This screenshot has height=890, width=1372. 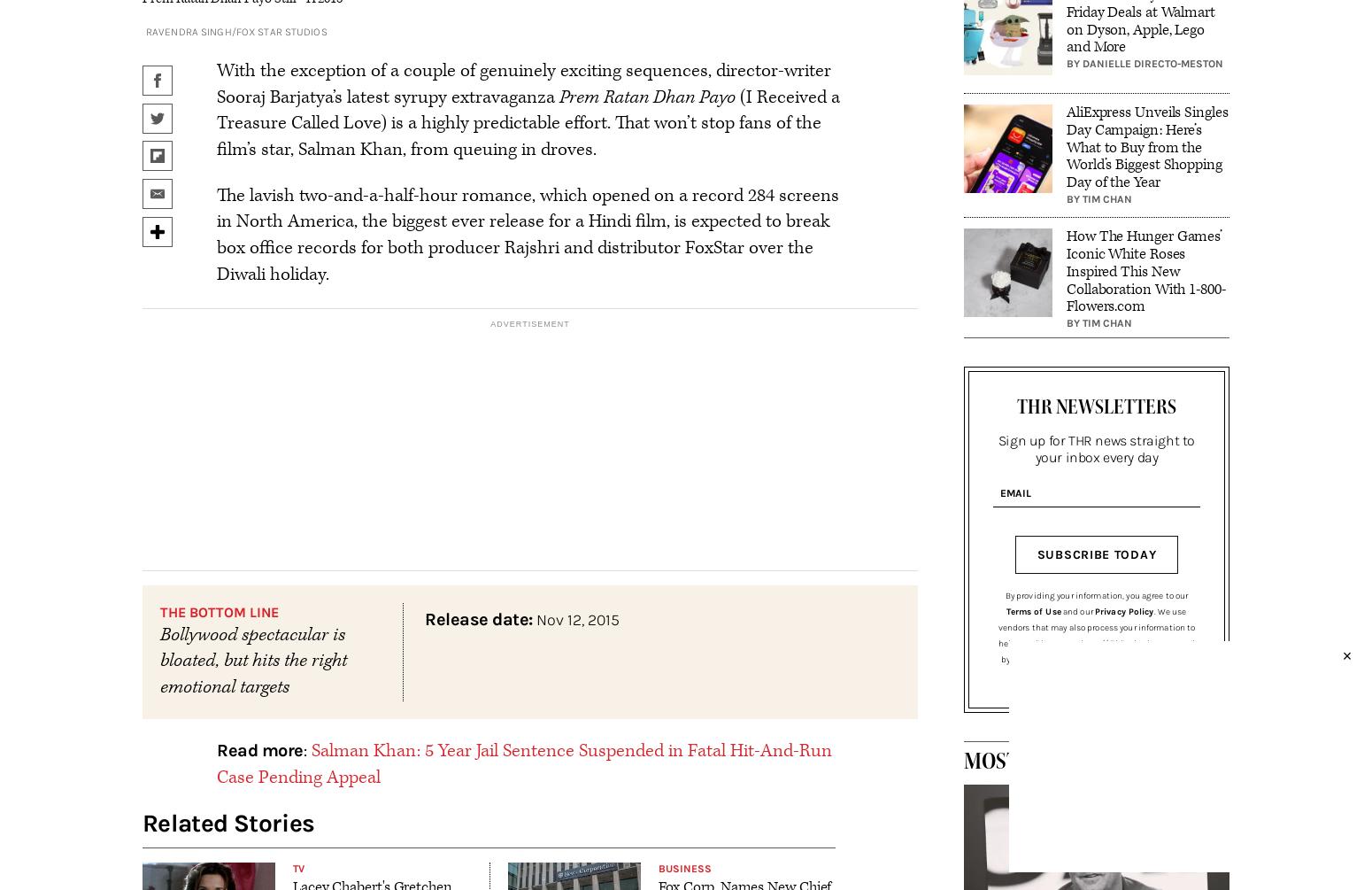 What do you see at coordinates (1039, 760) in the screenshot?
I see `'Most Popular'` at bounding box center [1039, 760].